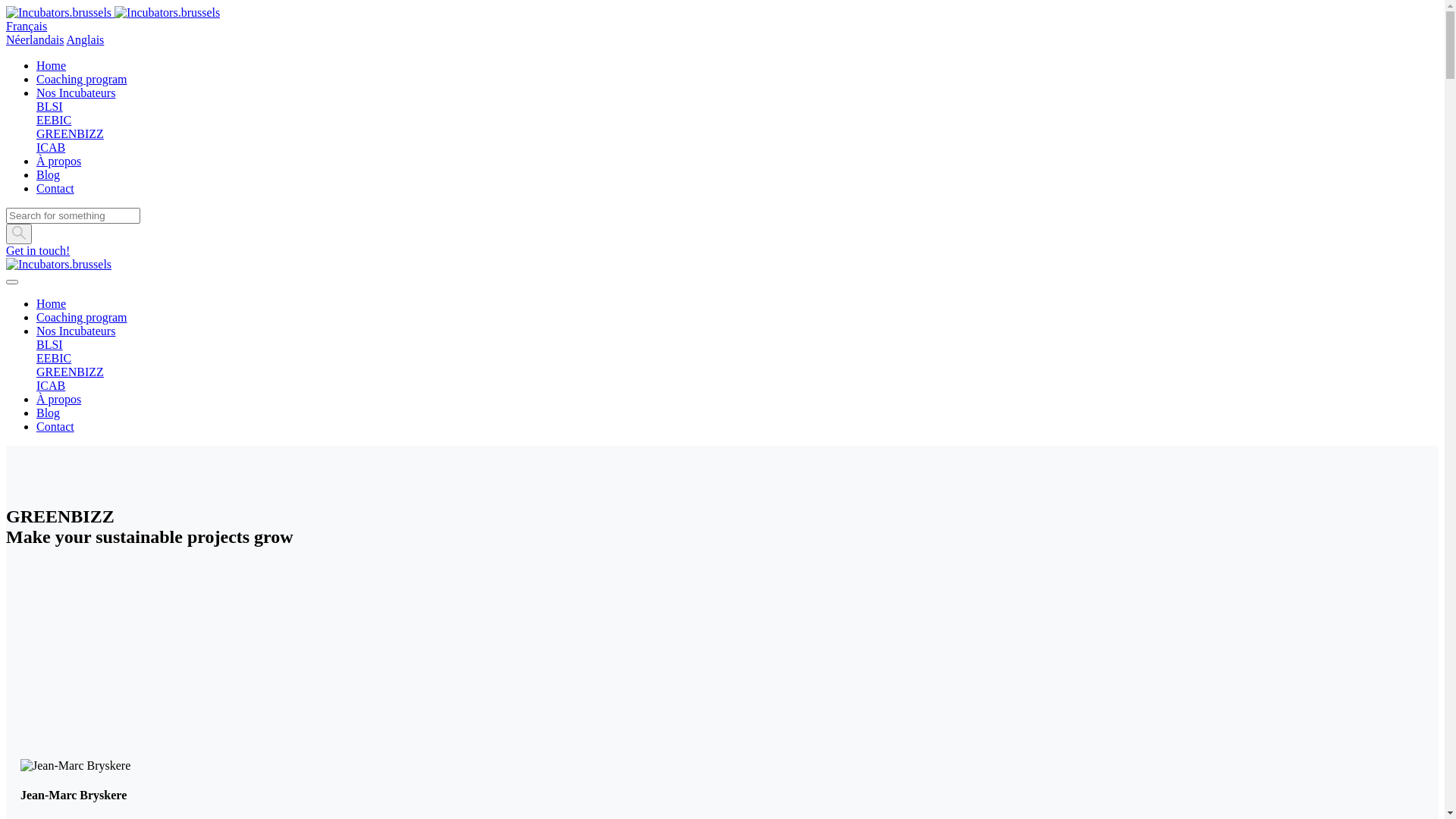 Image resolution: width=1456 pixels, height=819 pixels. What do you see at coordinates (36, 372) in the screenshot?
I see `'GREENBIZZ'` at bounding box center [36, 372].